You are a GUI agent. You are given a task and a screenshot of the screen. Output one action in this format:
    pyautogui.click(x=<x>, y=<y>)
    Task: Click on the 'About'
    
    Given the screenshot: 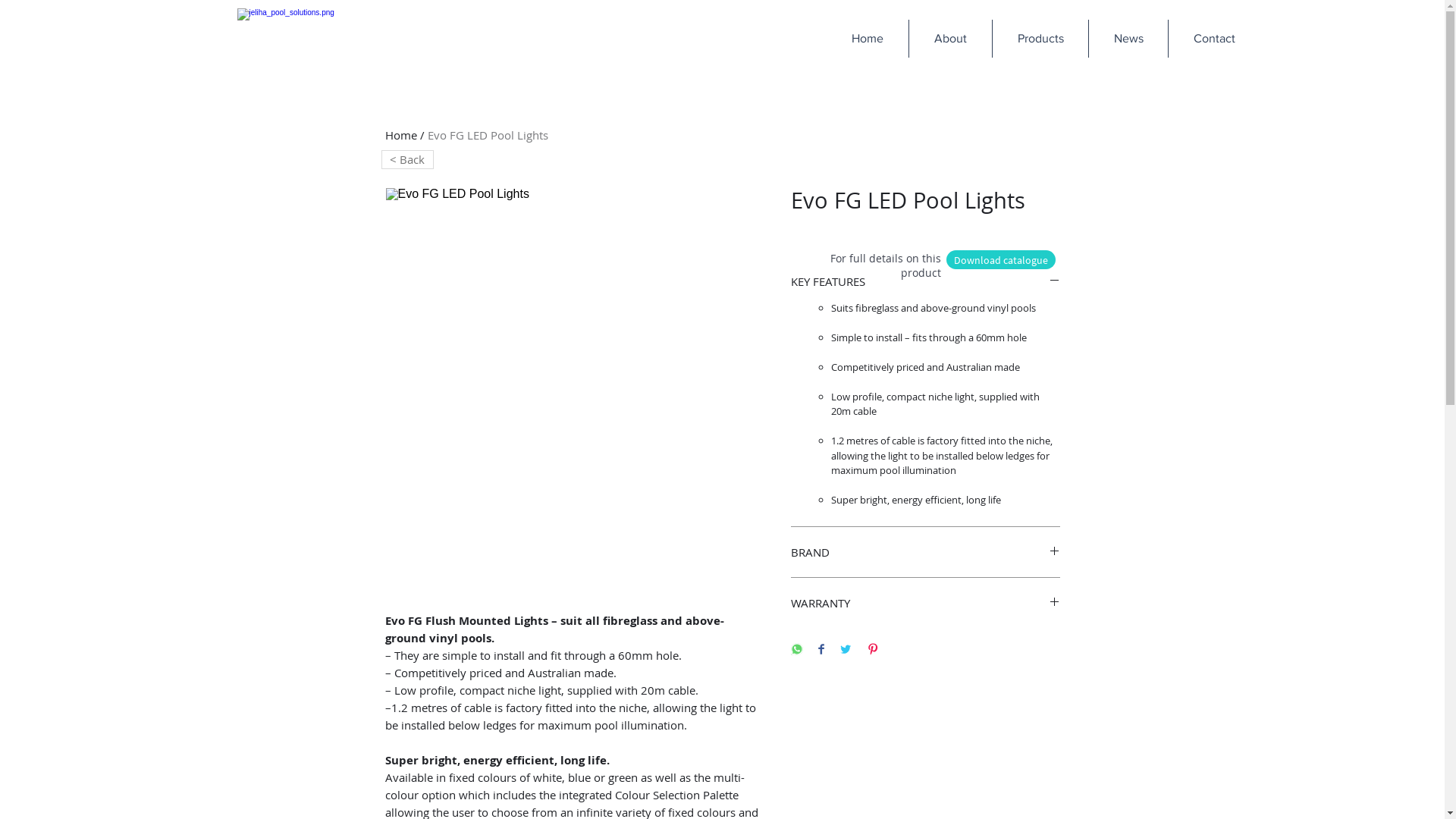 What is the action you would take?
    pyautogui.click(x=949, y=37)
    